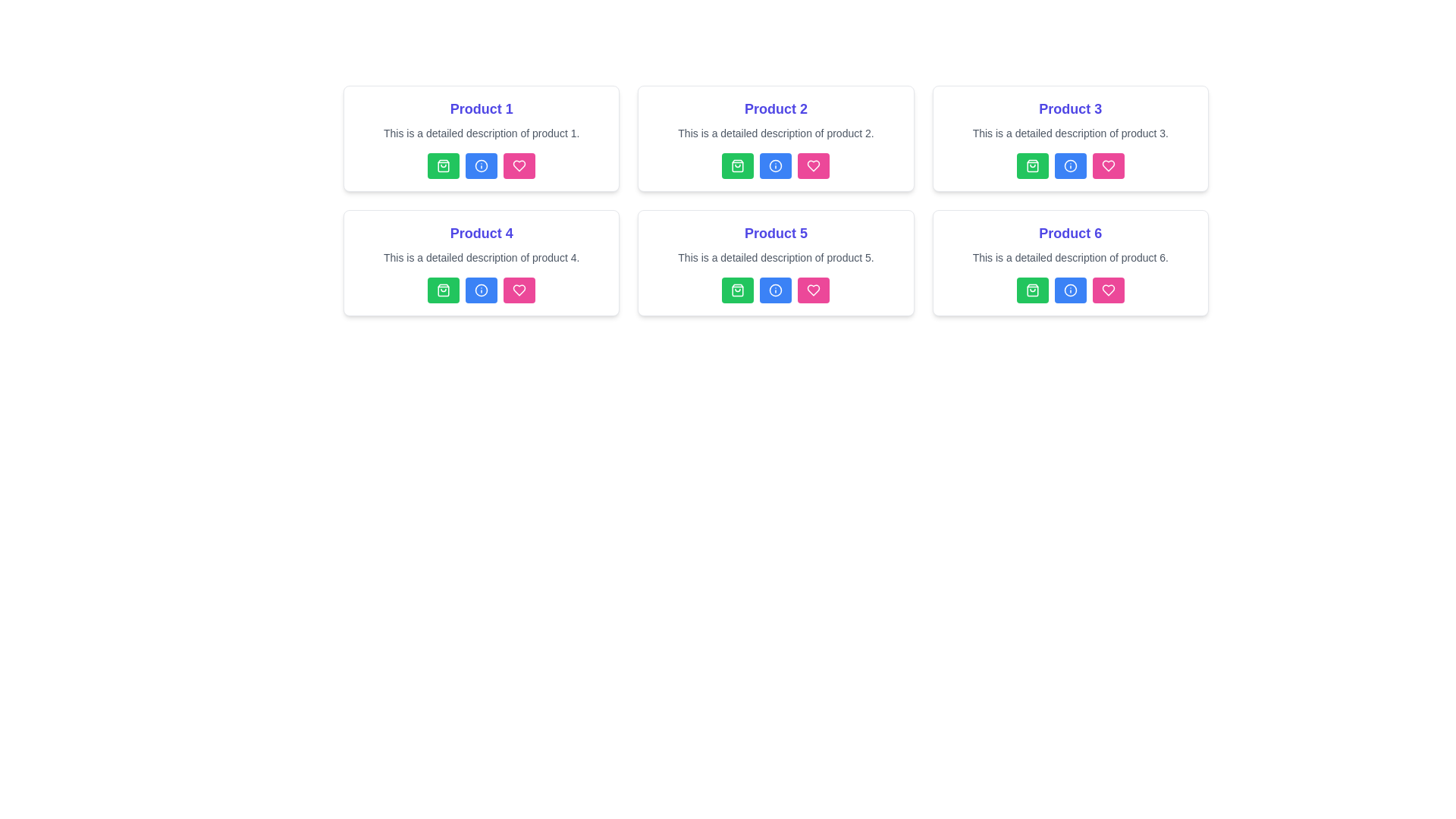 The height and width of the screenshot is (819, 1456). What do you see at coordinates (1031, 290) in the screenshot?
I see `the green 'shopping bag' icon located on the far left of the button row in the 'Product 6' card` at bounding box center [1031, 290].